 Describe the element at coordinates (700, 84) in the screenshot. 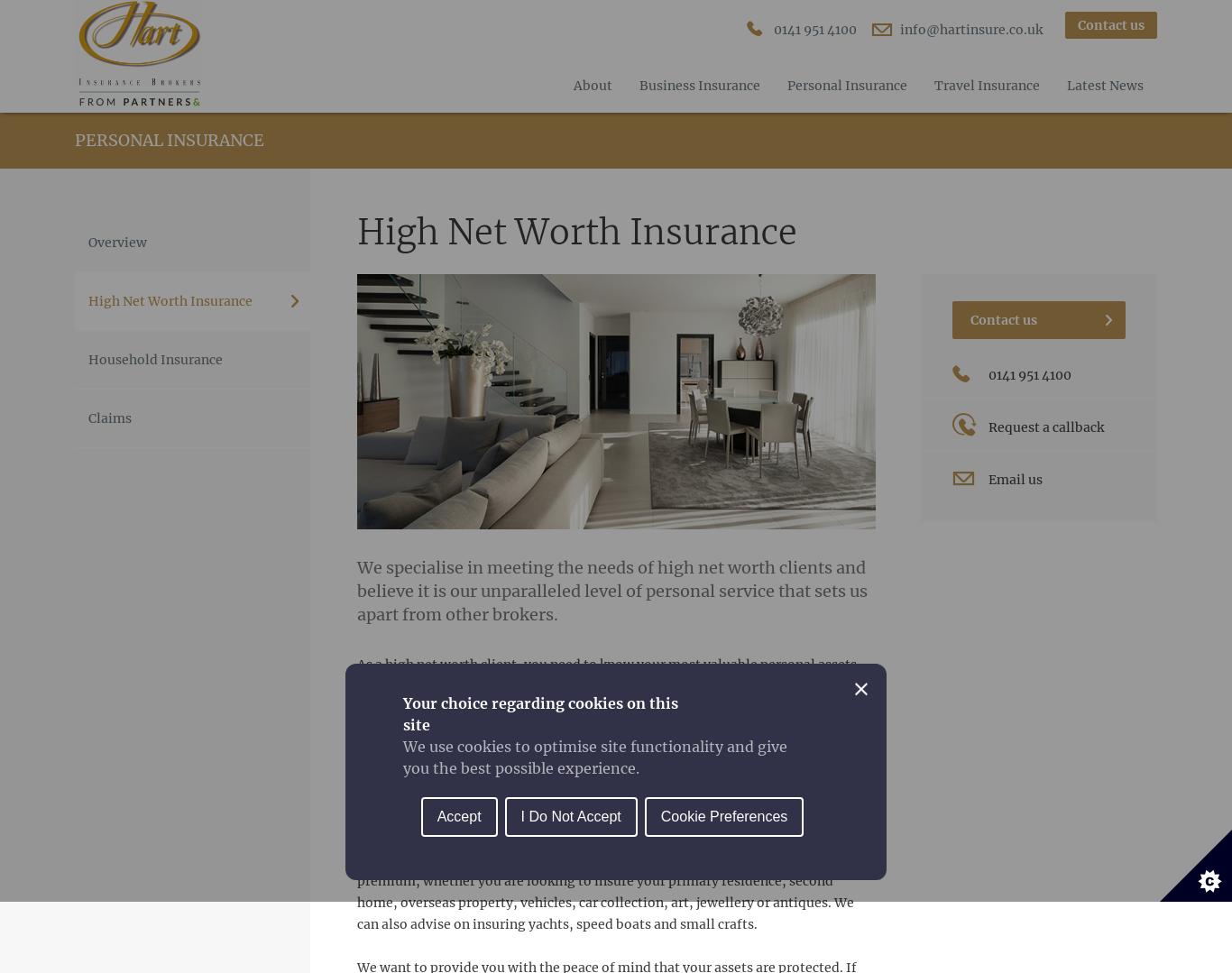

I see `'Business Insurance'` at that location.